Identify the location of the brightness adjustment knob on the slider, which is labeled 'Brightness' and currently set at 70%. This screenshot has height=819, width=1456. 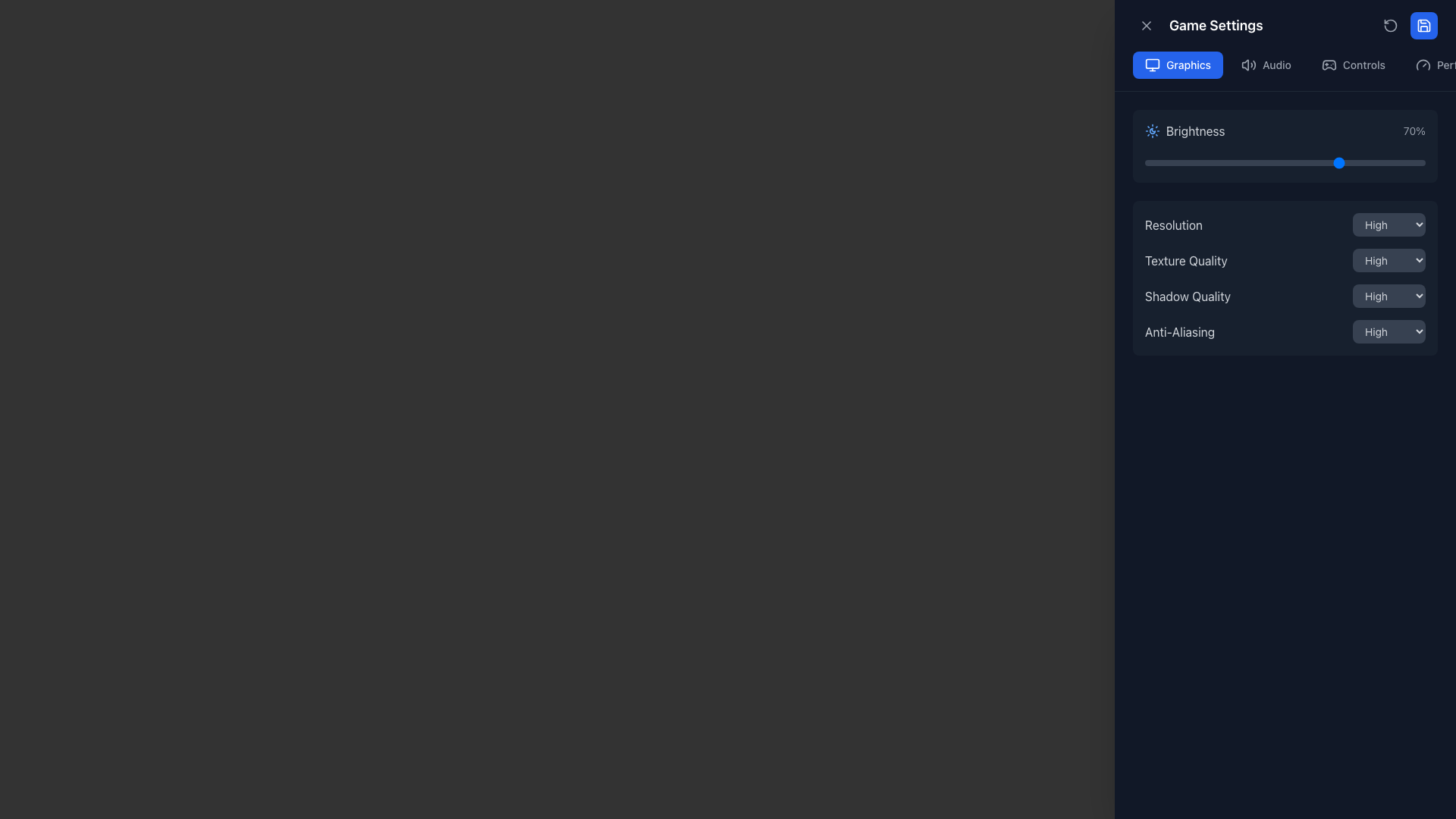
(1284, 146).